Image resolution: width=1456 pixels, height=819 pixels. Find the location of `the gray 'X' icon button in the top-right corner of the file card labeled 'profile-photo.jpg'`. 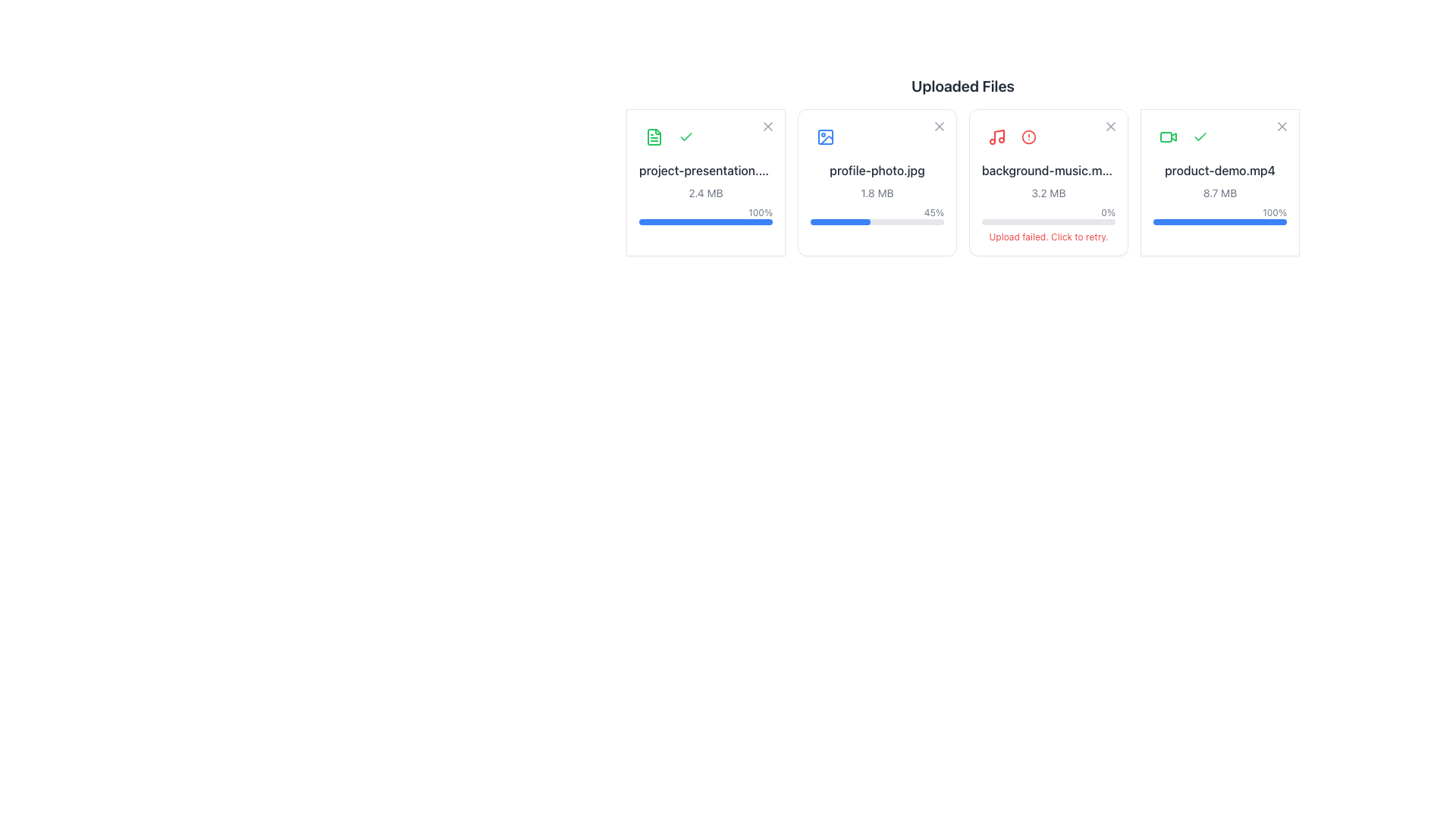

the gray 'X' icon button in the top-right corner of the file card labeled 'profile-photo.jpg' is located at coordinates (938, 125).